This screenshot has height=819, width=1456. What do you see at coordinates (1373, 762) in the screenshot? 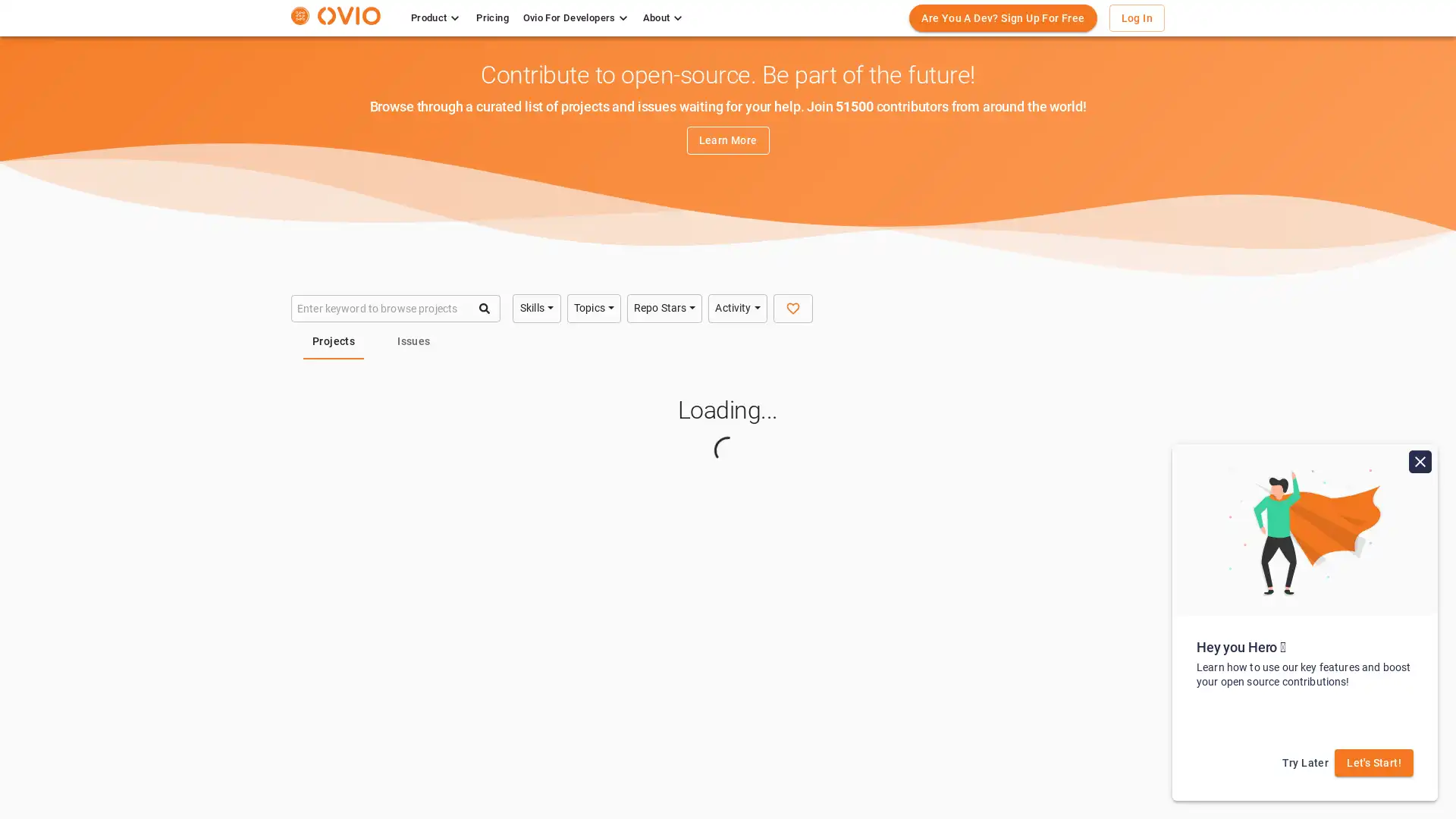
I see `Let's Start!` at bounding box center [1373, 762].